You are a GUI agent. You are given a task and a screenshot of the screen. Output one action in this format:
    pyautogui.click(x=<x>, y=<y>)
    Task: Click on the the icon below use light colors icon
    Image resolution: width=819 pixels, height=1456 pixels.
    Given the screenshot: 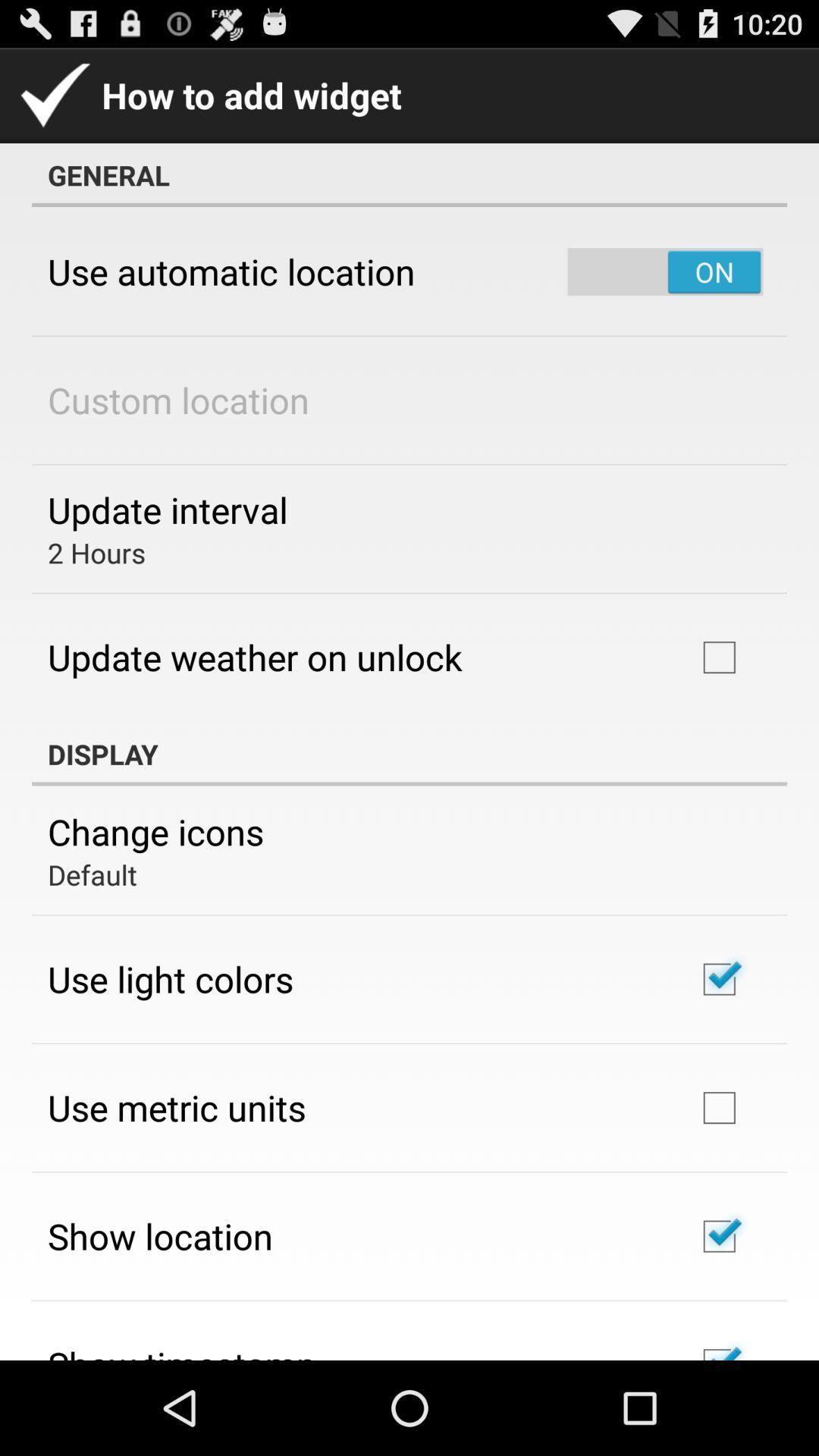 What is the action you would take?
    pyautogui.click(x=176, y=1107)
    